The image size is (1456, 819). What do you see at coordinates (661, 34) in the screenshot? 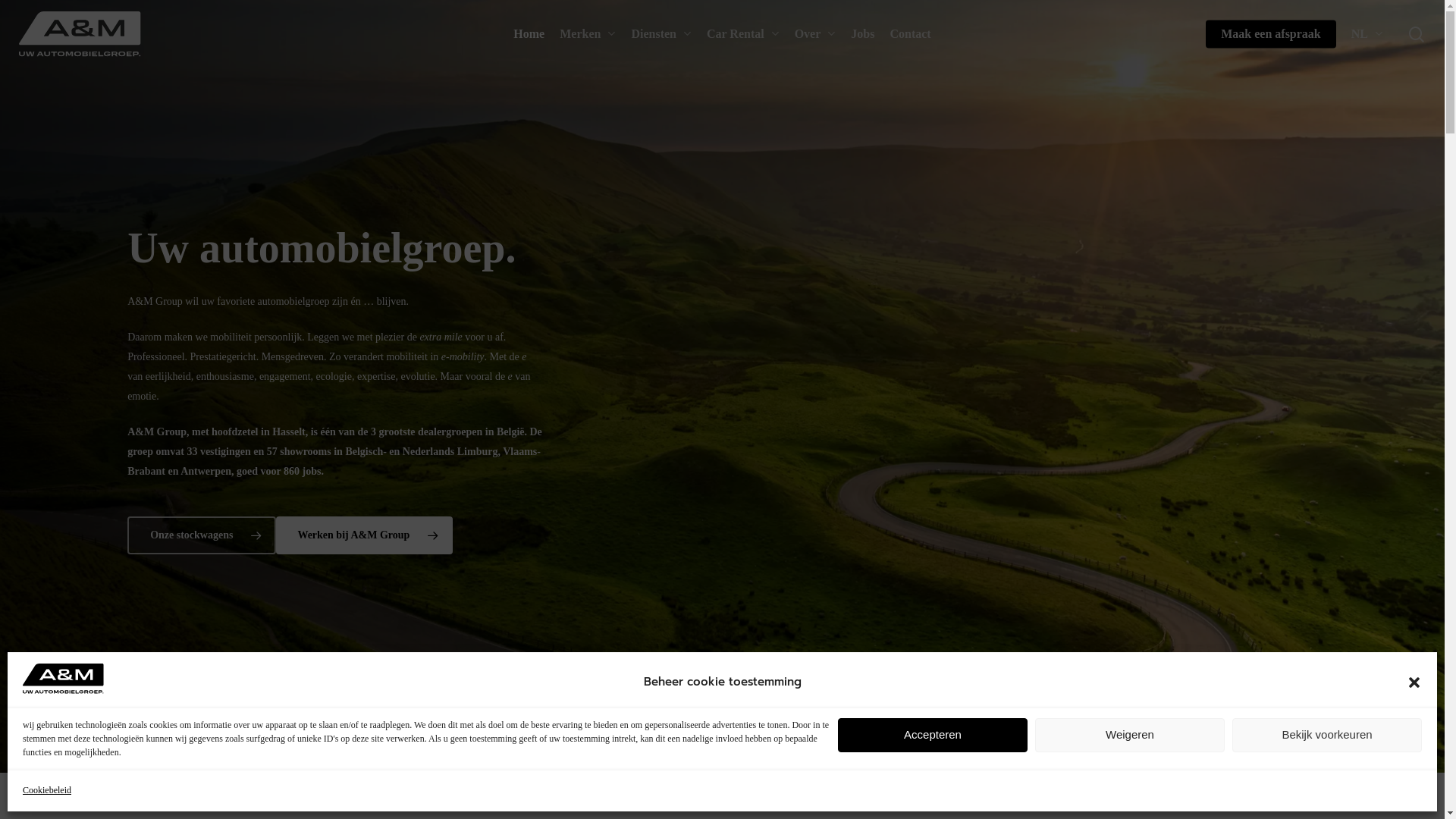
I see `'Diensten'` at bounding box center [661, 34].